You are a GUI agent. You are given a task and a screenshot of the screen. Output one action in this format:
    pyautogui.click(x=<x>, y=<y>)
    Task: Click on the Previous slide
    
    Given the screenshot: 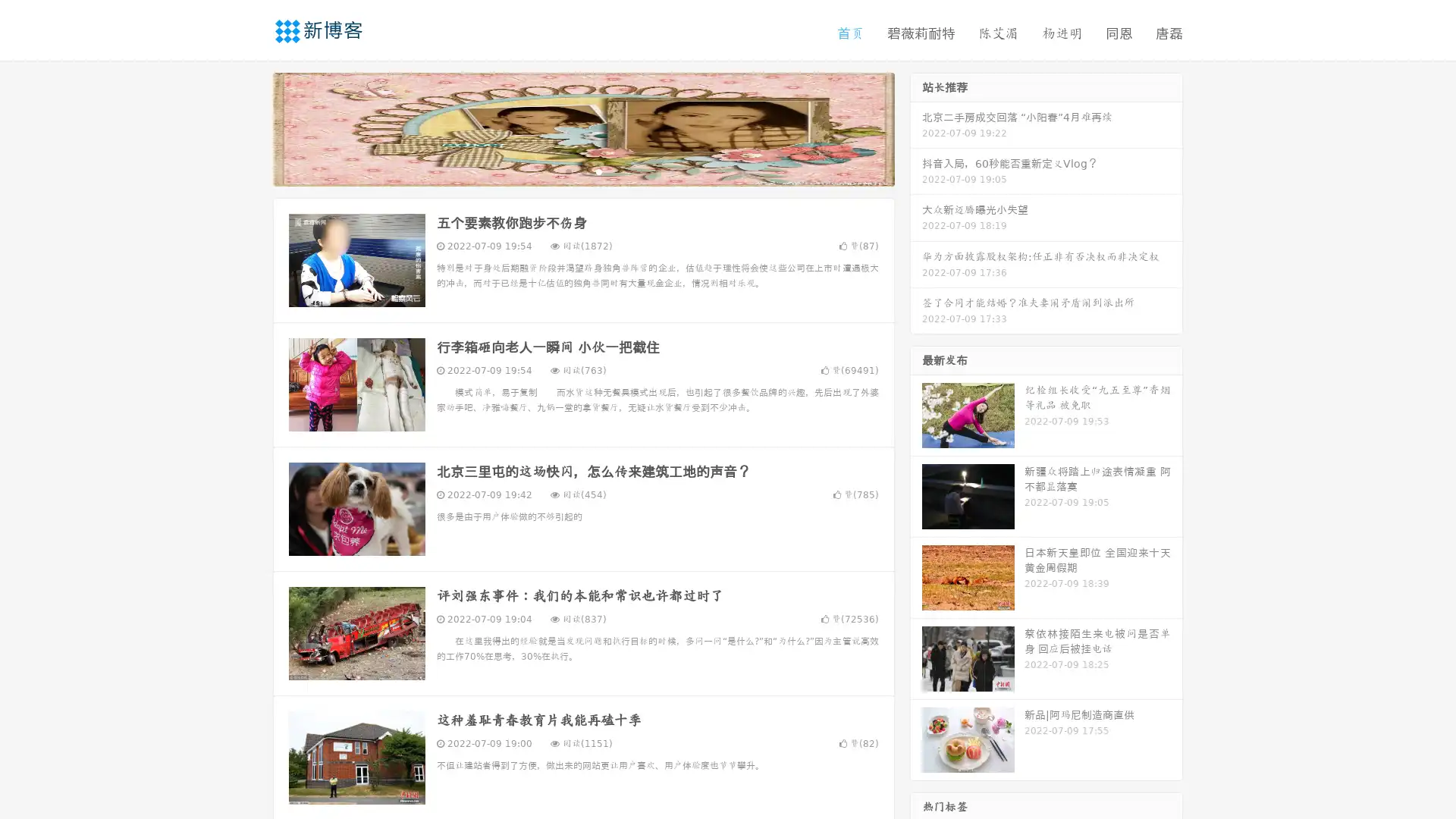 What is the action you would take?
    pyautogui.click(x=250, y=127)
    